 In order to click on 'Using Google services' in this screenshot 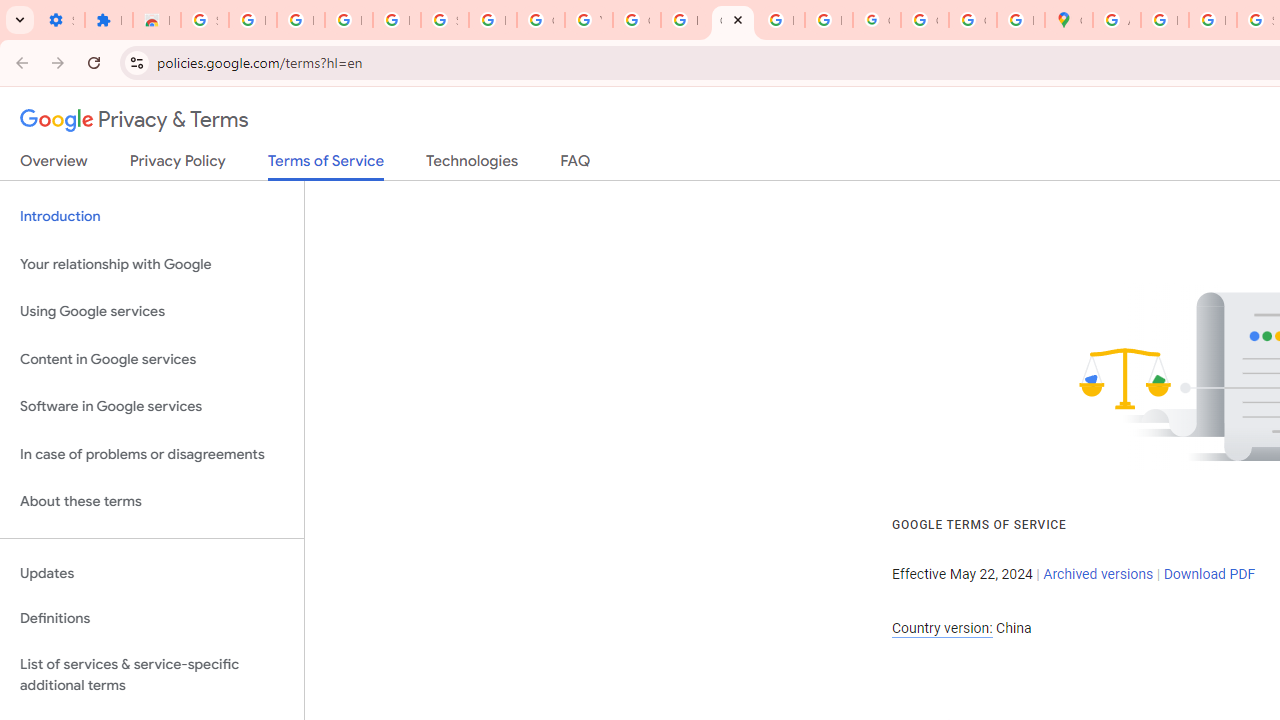, I will do `click(151, 312)`.